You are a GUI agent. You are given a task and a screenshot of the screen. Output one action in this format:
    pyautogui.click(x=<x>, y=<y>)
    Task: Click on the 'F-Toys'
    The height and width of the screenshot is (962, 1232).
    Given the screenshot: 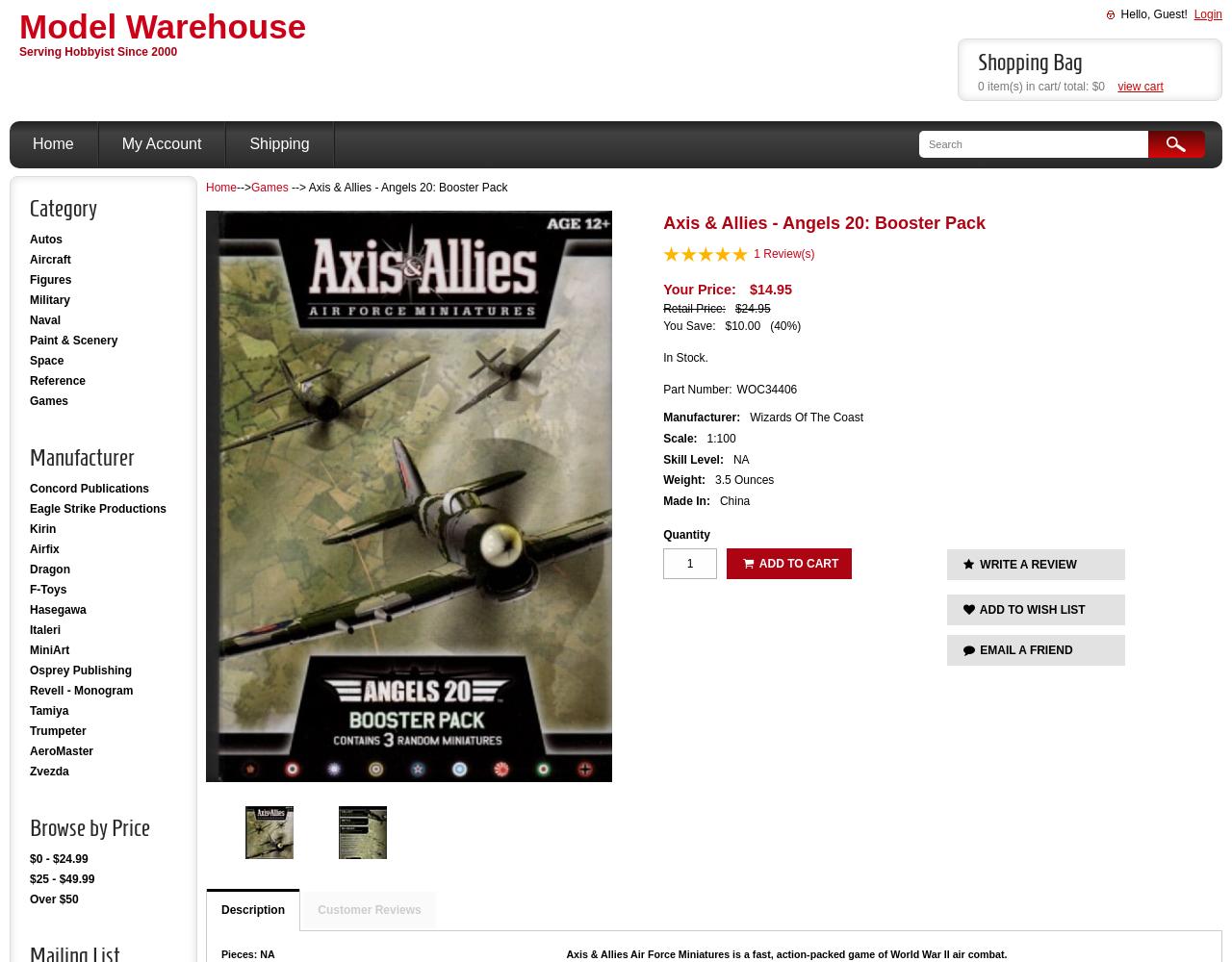 What is the action you would take?
    pyautogui.click(x=48, y=589)
    